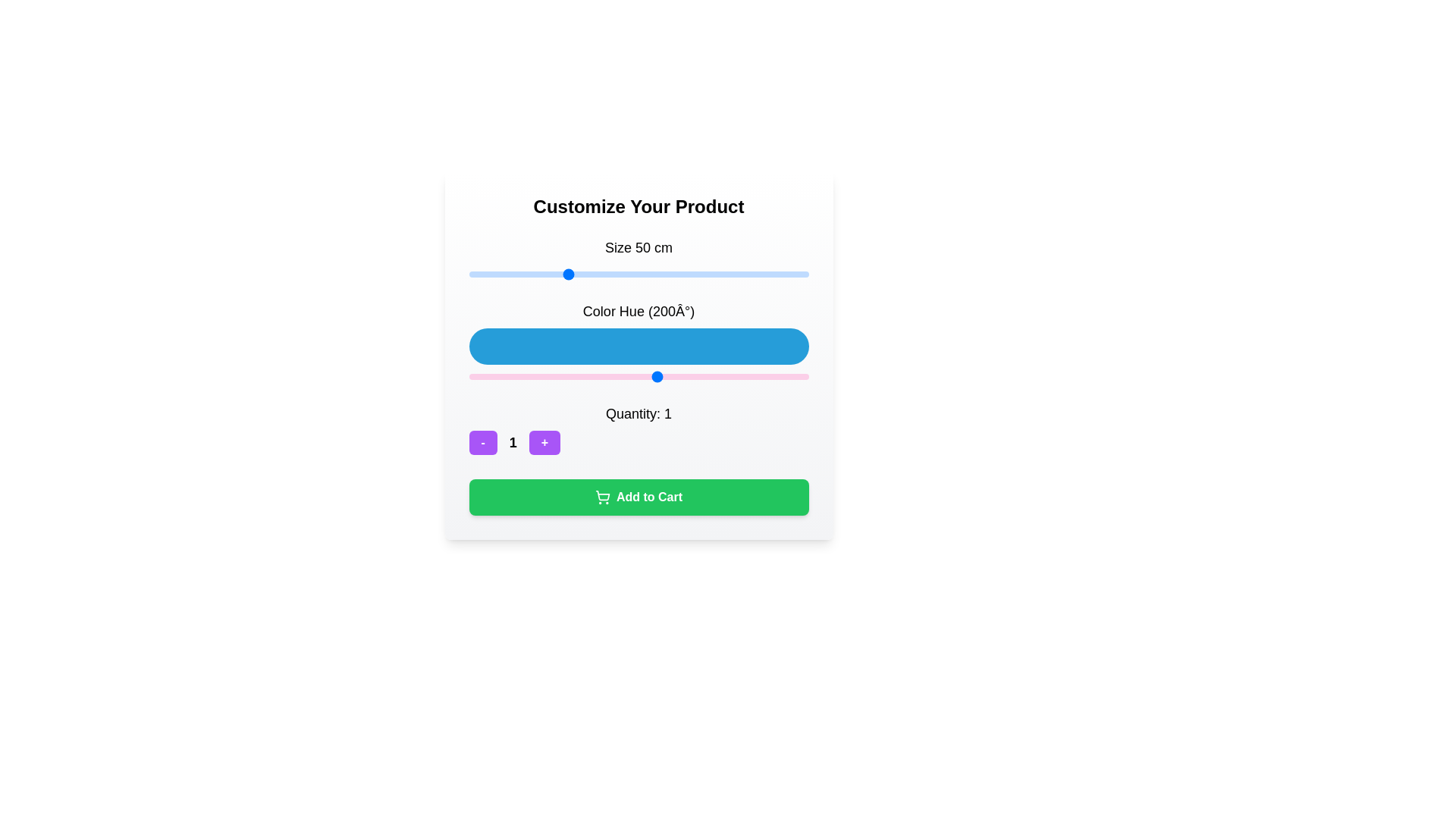 This screenshot has height=819, width=1456. Describe the element at coordinates (639, 275) in the screenshot. I see `the size` at that location.